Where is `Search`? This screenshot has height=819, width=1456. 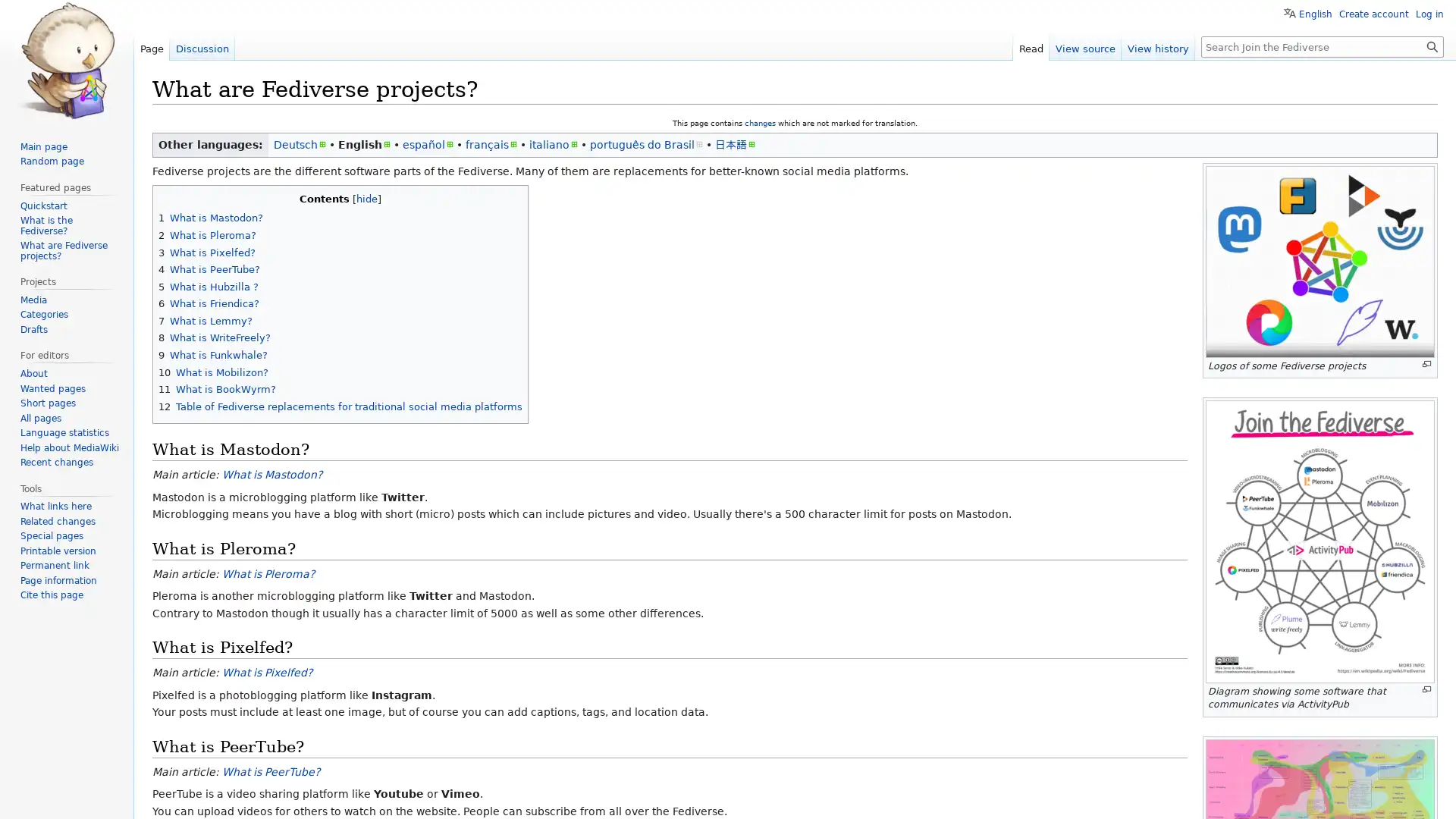
Search is located at coordinates (1432, 45).